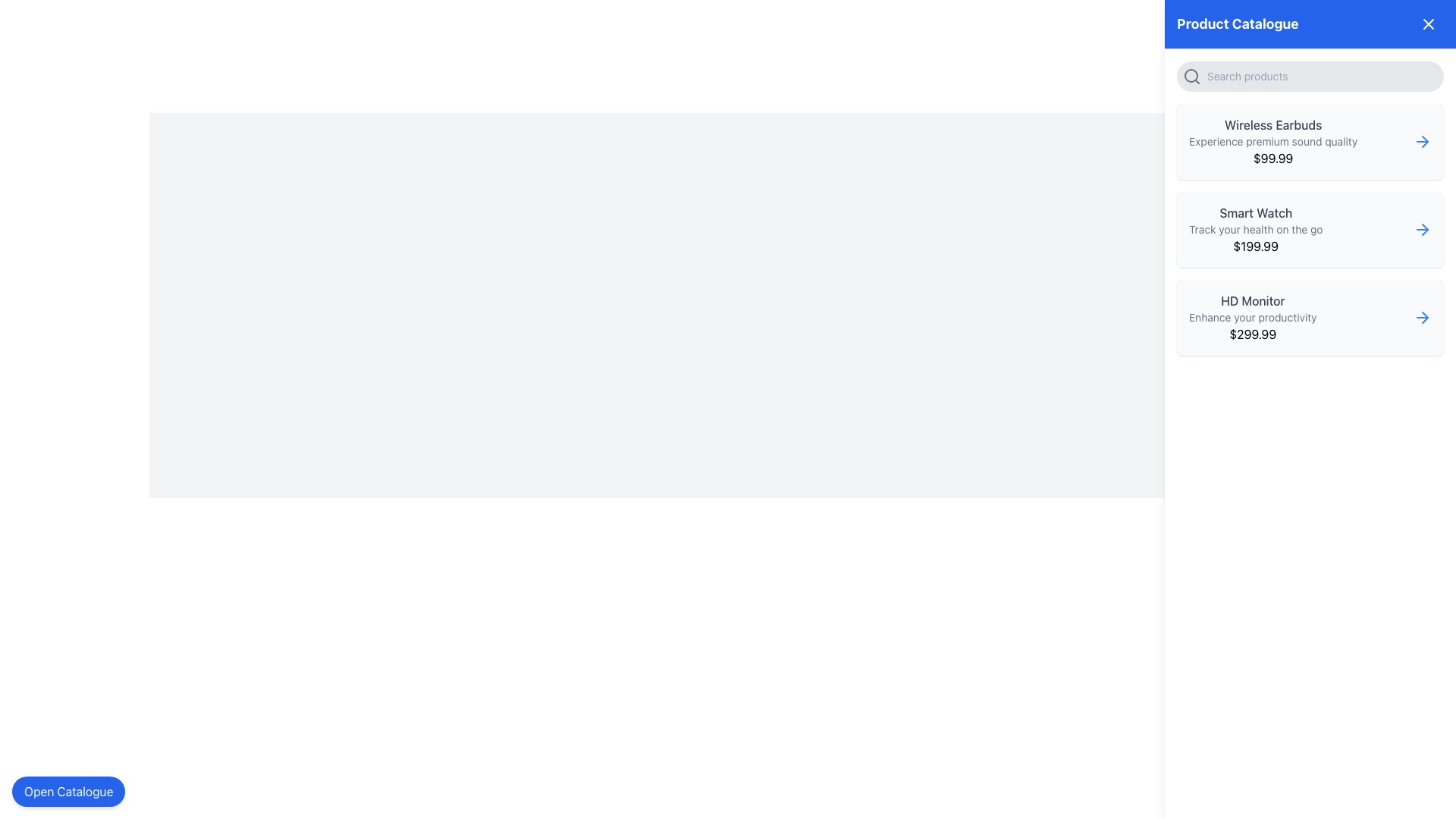 This screenshot has width=1456, height=819. I want to click on the price label displaying '$199.99' in bold black text located at the bottom of the 'Smart Watch' section, so click(1256, 245).